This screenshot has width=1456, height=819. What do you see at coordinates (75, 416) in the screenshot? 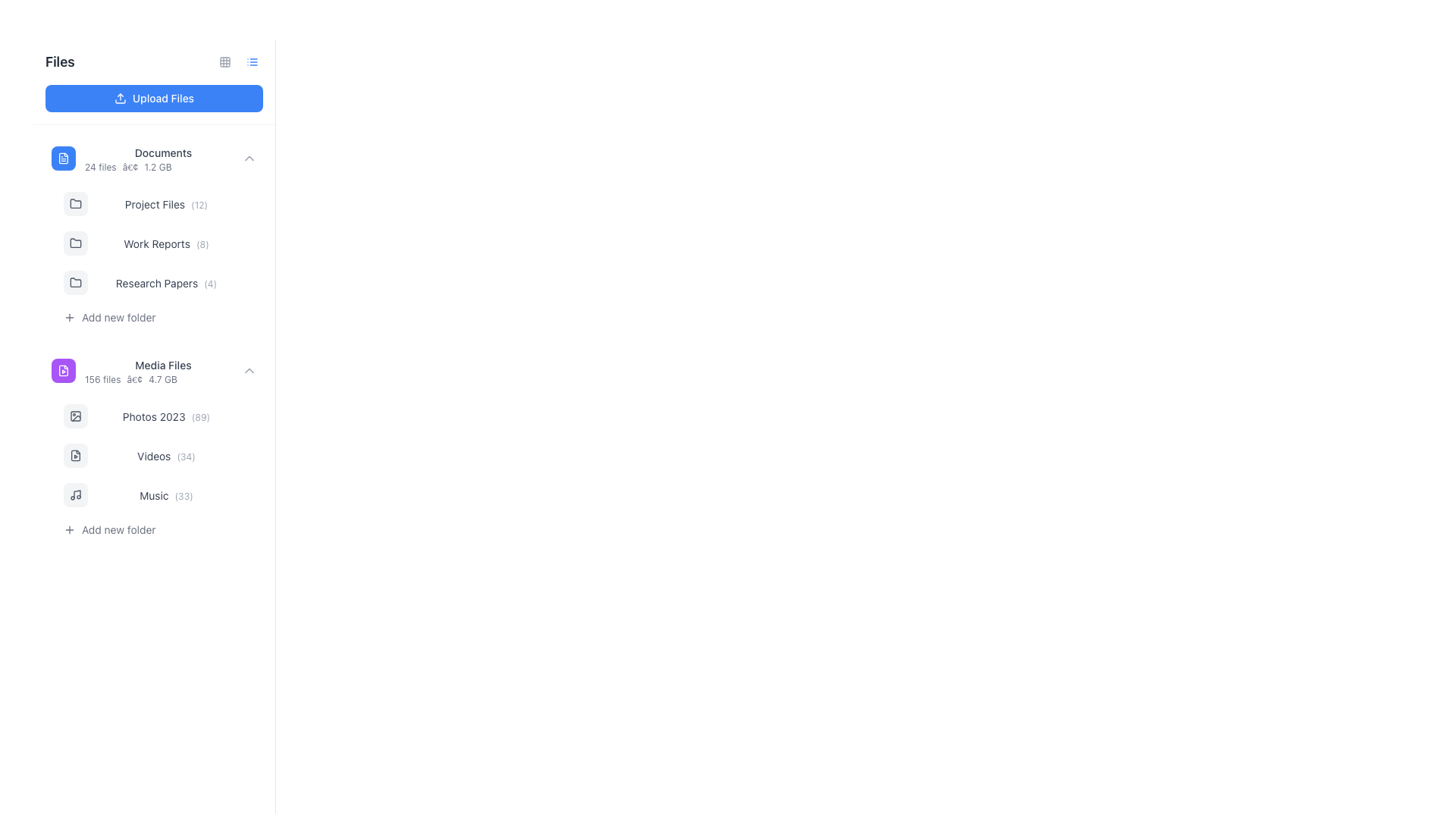
I see `the square icon with a gray background and rounded corners, which features a photo-like graphic, located to the left of the text 'Photos 2023(89)' in the sidebar under 'Media Files'` at bounding box center [75, 416].